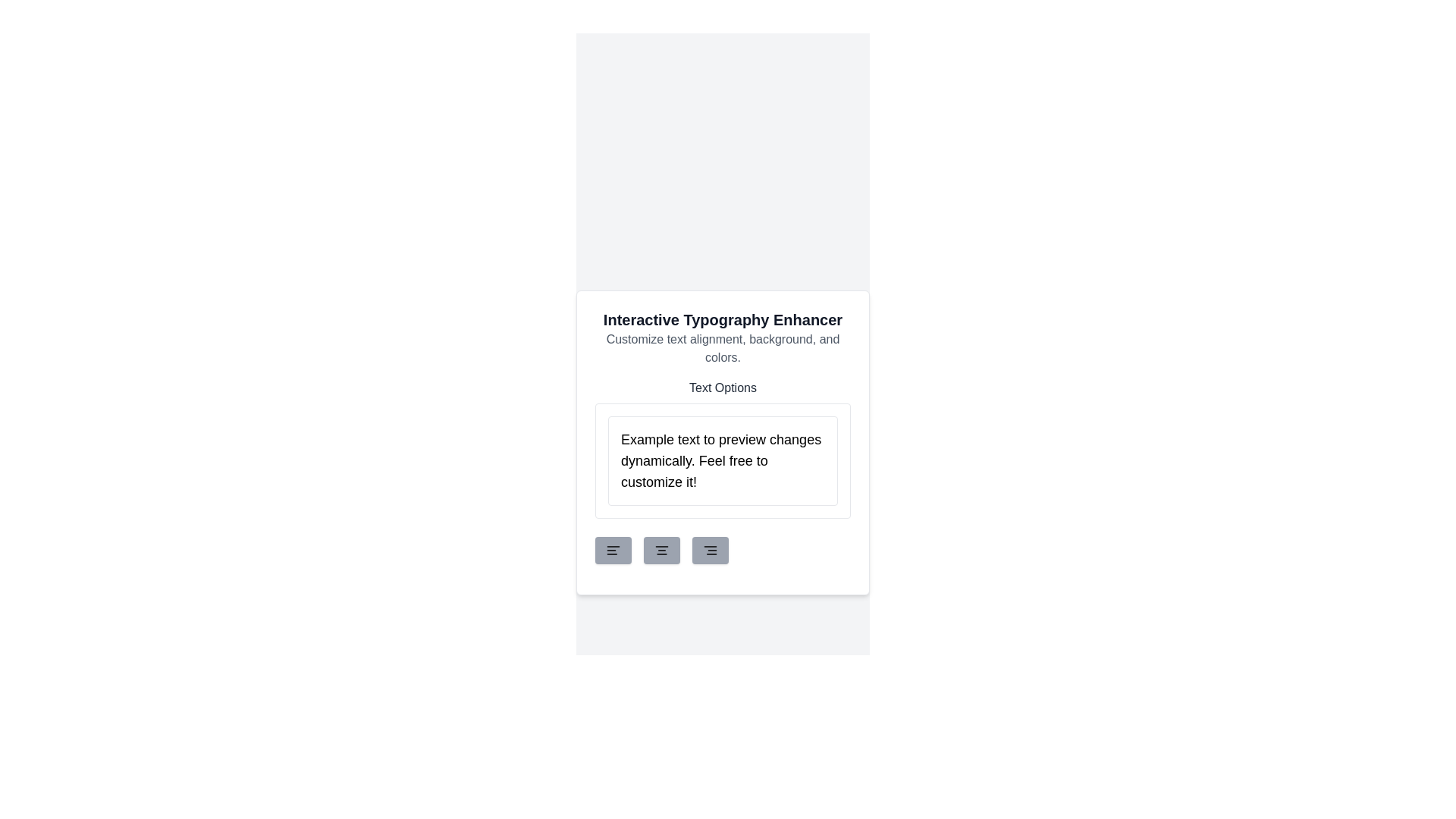 The image size is (1456, 819). I want to click on the left alignment icon button, which is the leftmost button in the group of three buttons at the bottom of the 'Interactive Typography Enhancer' card, so click(613, 550).